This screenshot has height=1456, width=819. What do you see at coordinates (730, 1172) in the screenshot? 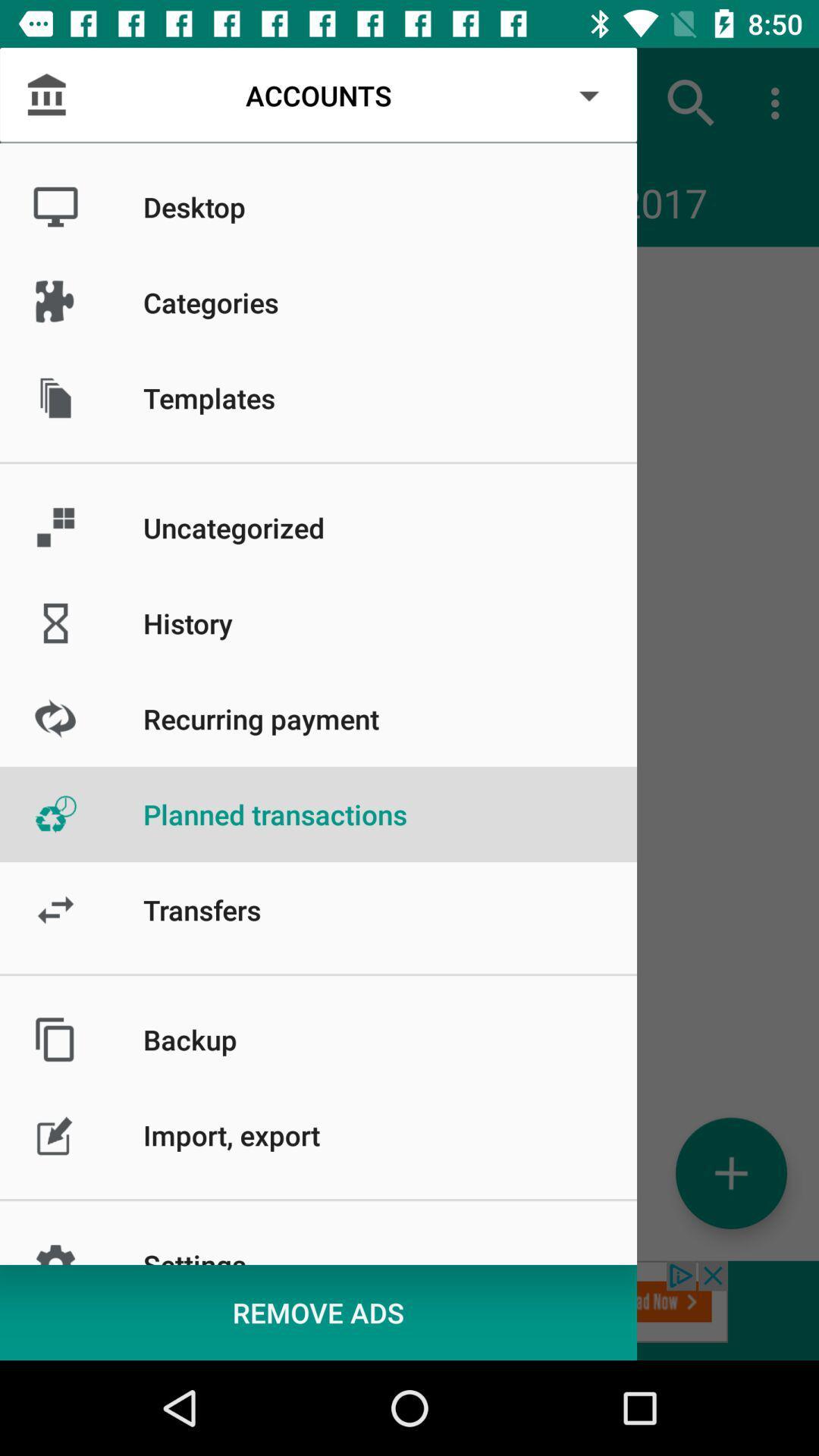
I see `icon below 02/2017 item` at bounding box center [730, 1172].